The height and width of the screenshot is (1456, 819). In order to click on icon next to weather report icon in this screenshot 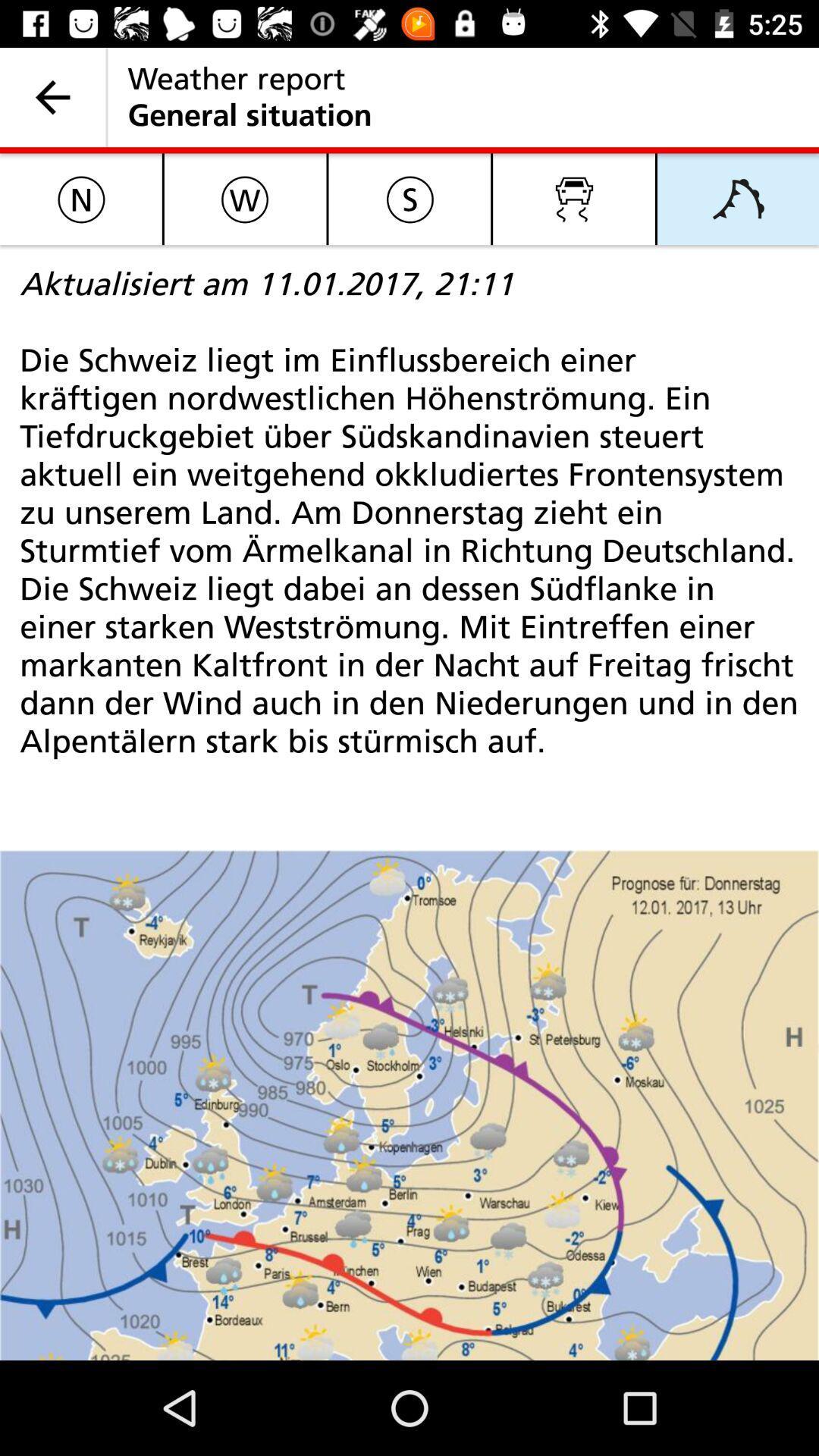, I will do `click(52, 96)`.